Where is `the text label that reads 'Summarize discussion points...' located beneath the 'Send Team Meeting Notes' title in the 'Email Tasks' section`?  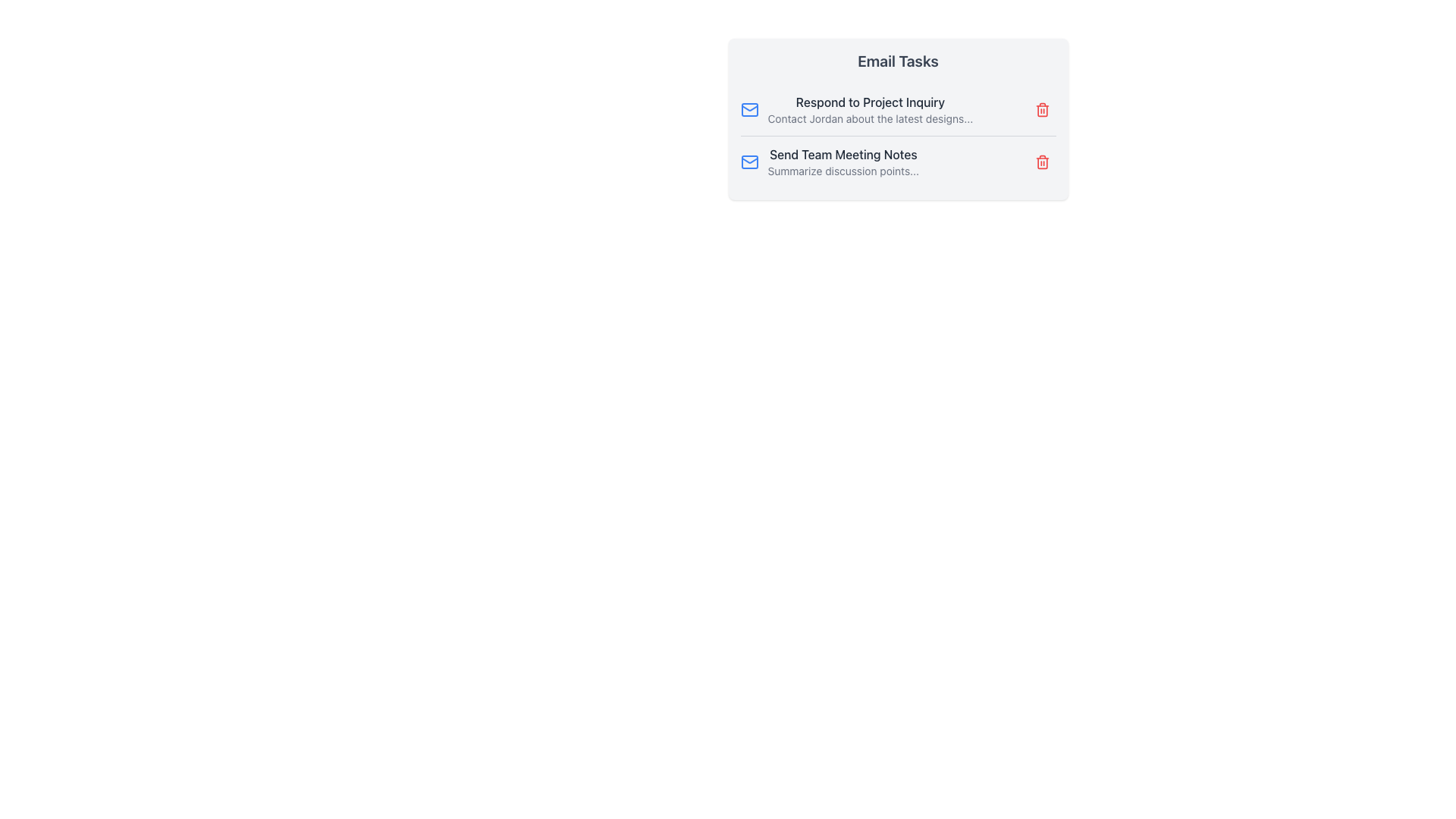
the text label that reads 'Summarize discussion points...' located beneath the 'Send Team Meeting Notes' title in the 'Email Tasks' section is located at coordinates (843, 171).